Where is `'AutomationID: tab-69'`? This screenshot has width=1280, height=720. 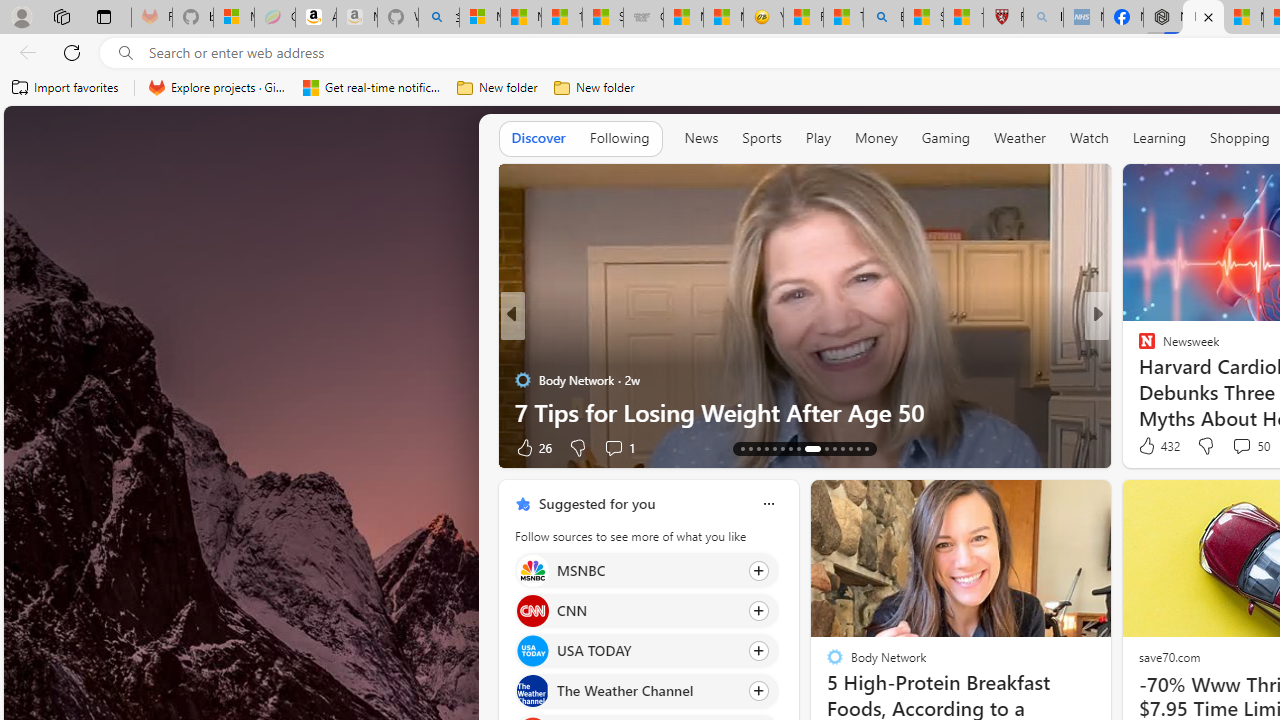
'AutomationID: tab-69' is located at coordinates (765, 447).